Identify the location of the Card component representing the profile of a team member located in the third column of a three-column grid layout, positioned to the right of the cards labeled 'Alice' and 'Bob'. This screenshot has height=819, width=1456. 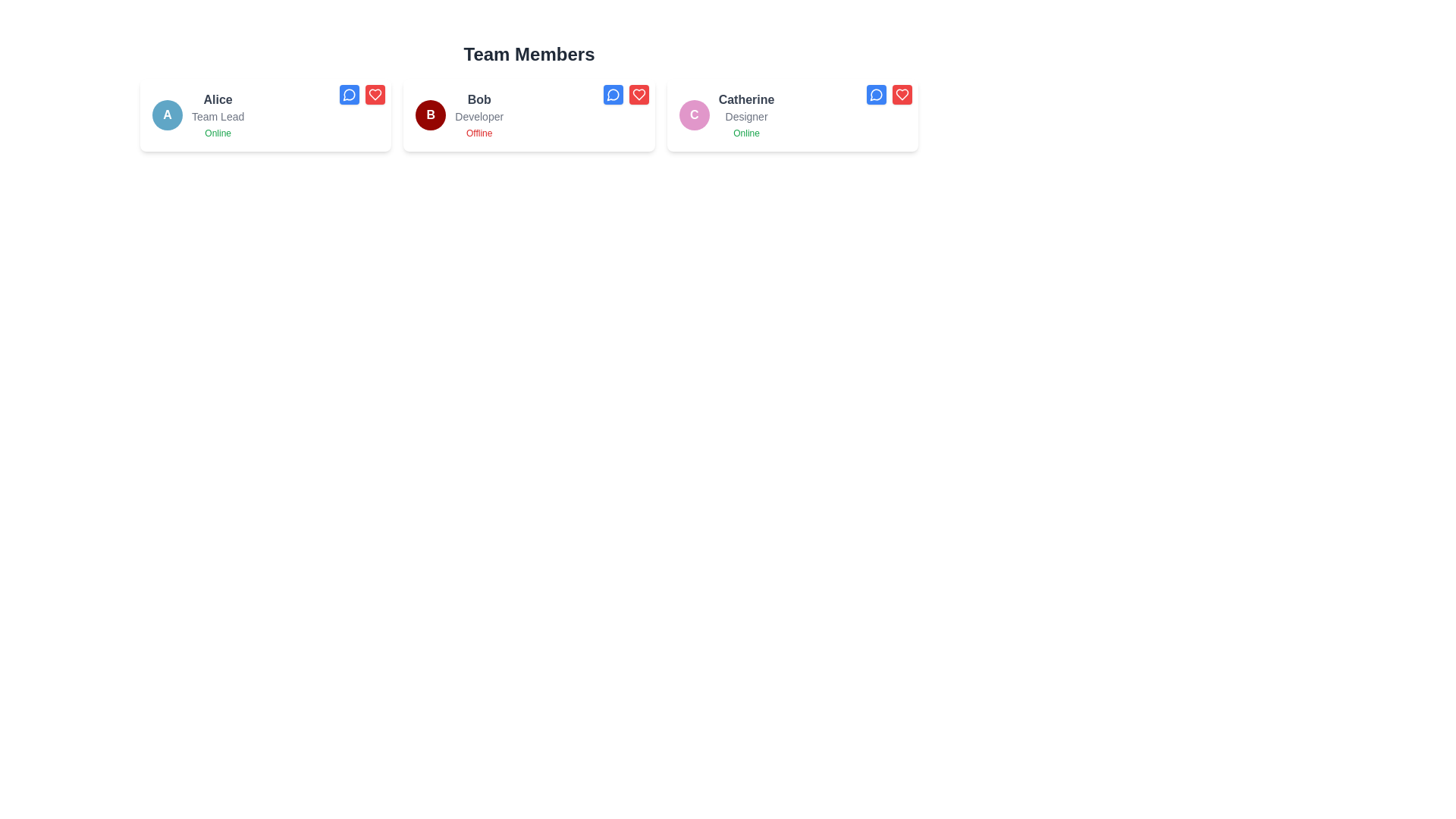
(792, 114).